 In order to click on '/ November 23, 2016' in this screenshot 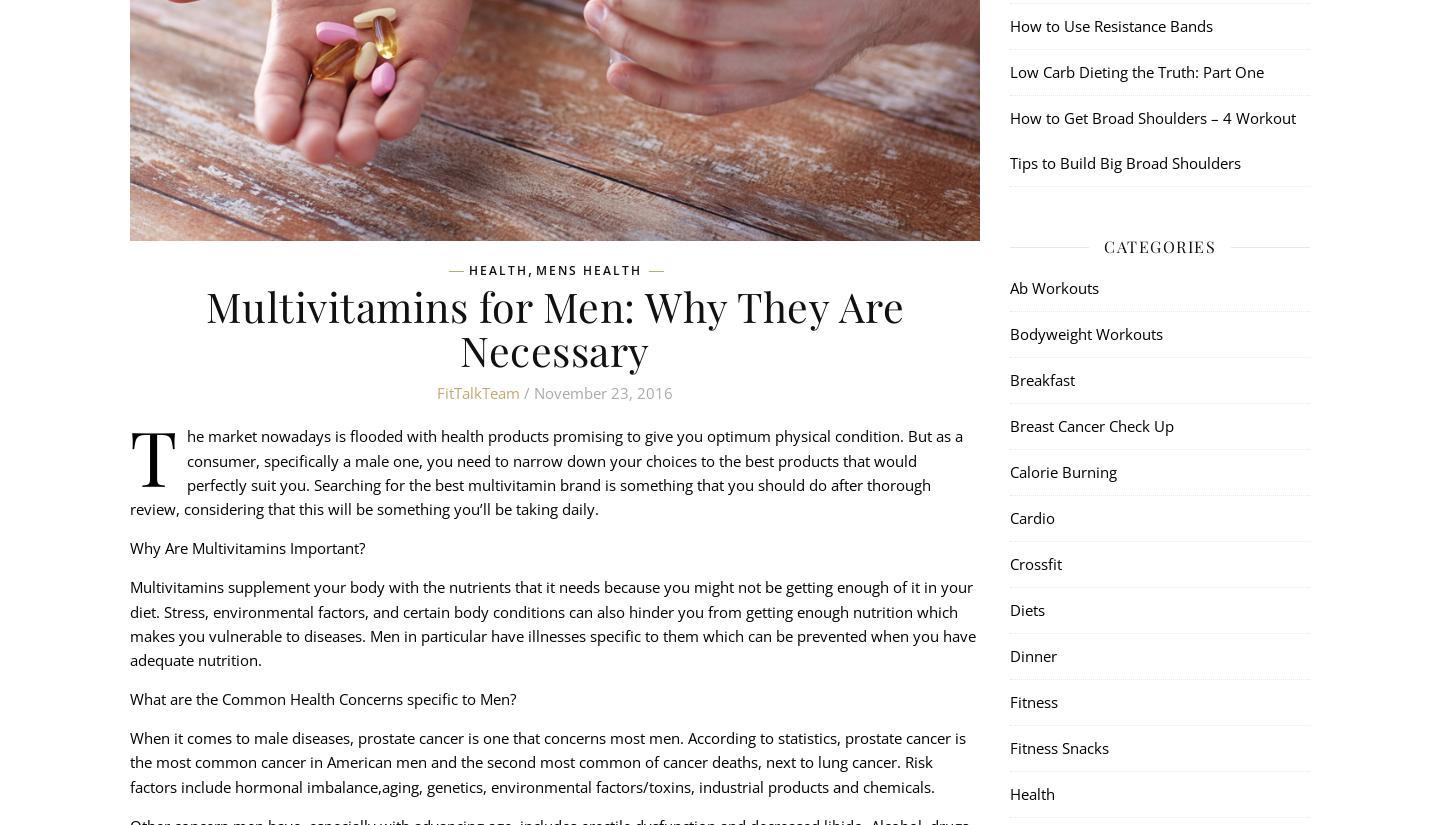, I will do `click(596, 392)`.